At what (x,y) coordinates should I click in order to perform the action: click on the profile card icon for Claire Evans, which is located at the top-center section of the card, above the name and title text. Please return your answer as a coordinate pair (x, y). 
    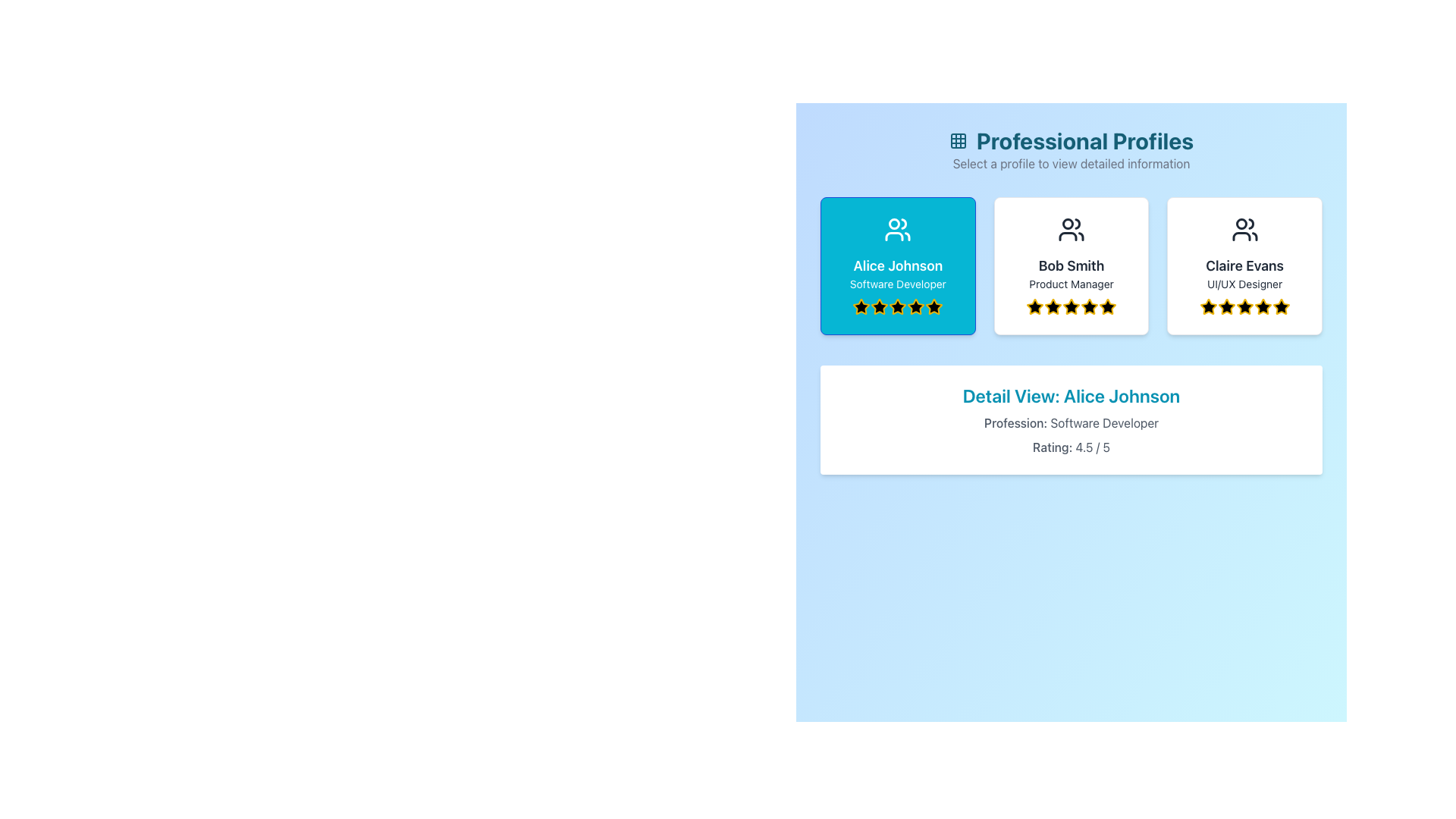
    Looking at the image, I should click on (1244, 230).